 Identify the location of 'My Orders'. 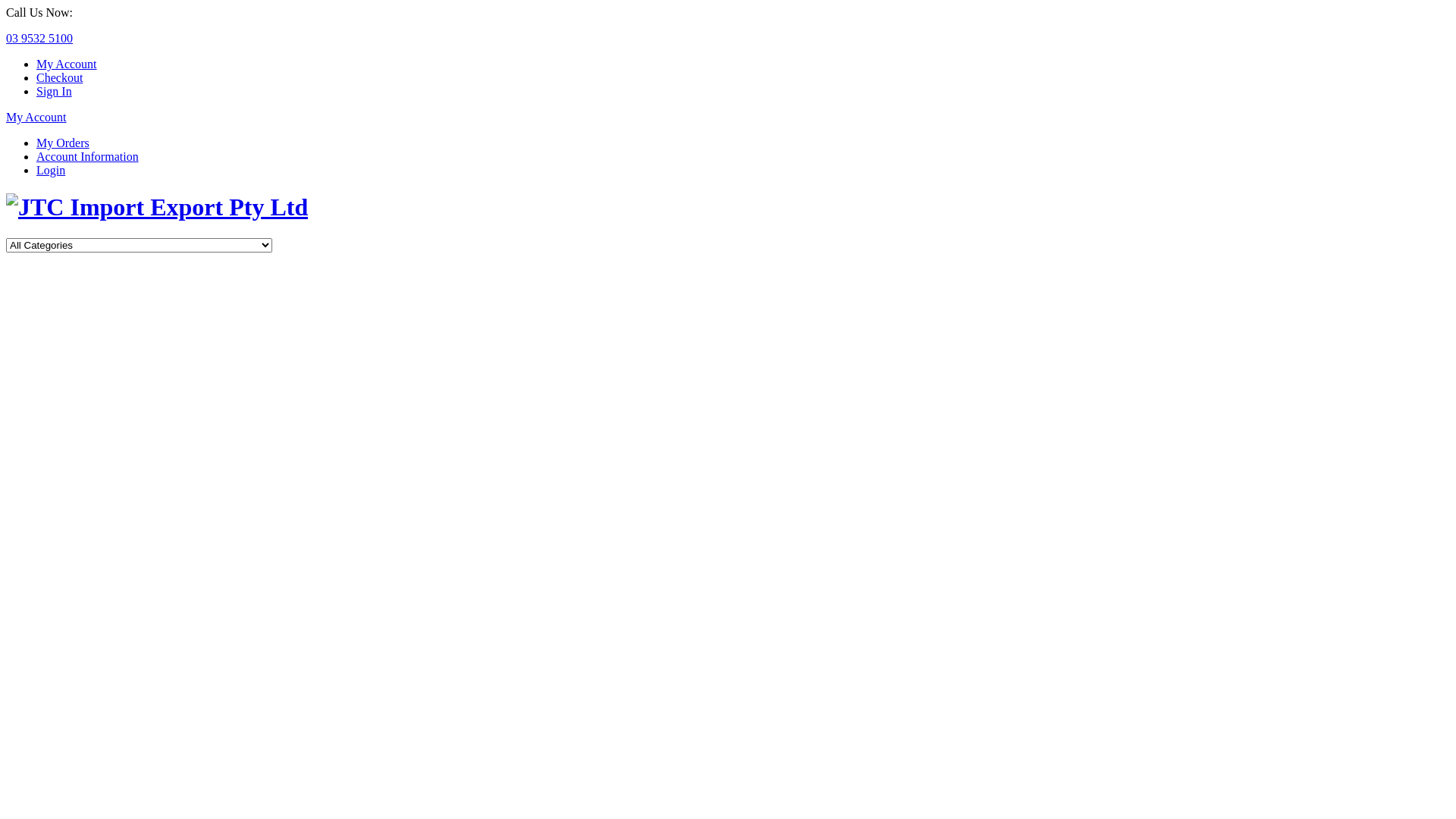
(36, 143).